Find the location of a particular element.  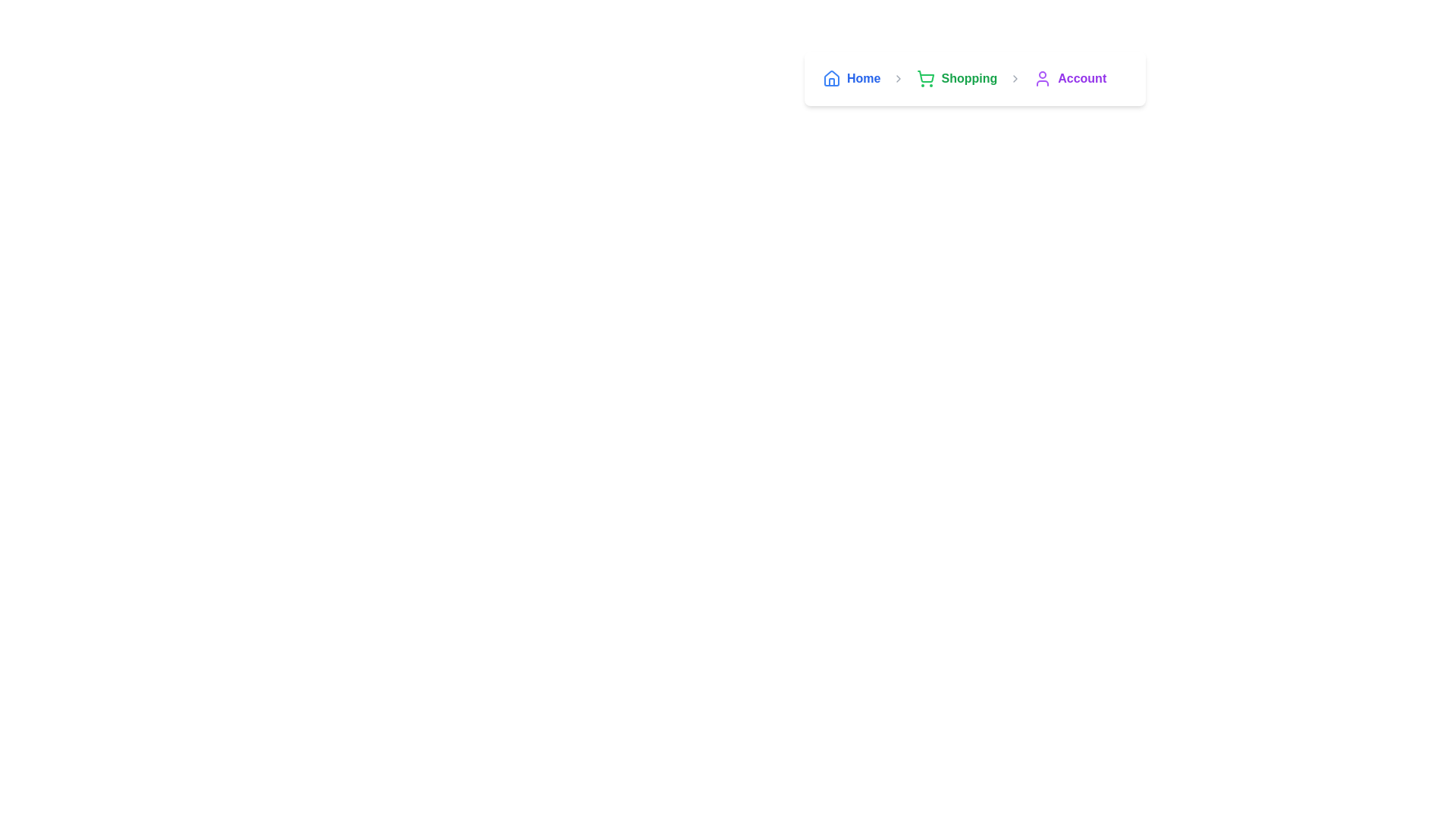

the green shopping cart SVG icon located in the breadcrumb navigation bar next to the 'Shopping' text is located at coordinates (925, 79).